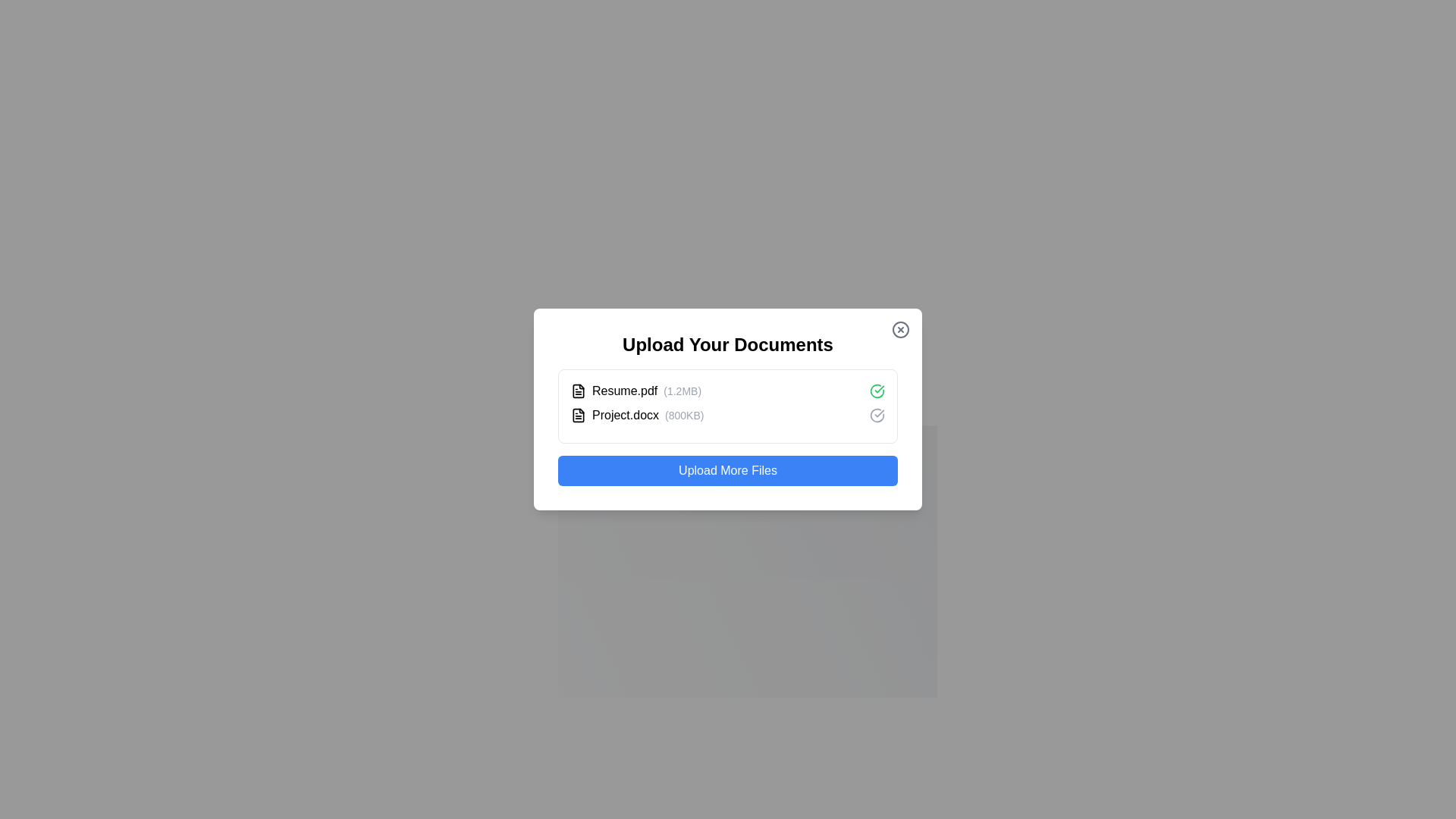 The width and height of the screenshot is (1456, 819). I want to click on the list item representing 'Resume.pdf', which includes a file icon, the text in bold, and a green checkmark, so click(728, 391).